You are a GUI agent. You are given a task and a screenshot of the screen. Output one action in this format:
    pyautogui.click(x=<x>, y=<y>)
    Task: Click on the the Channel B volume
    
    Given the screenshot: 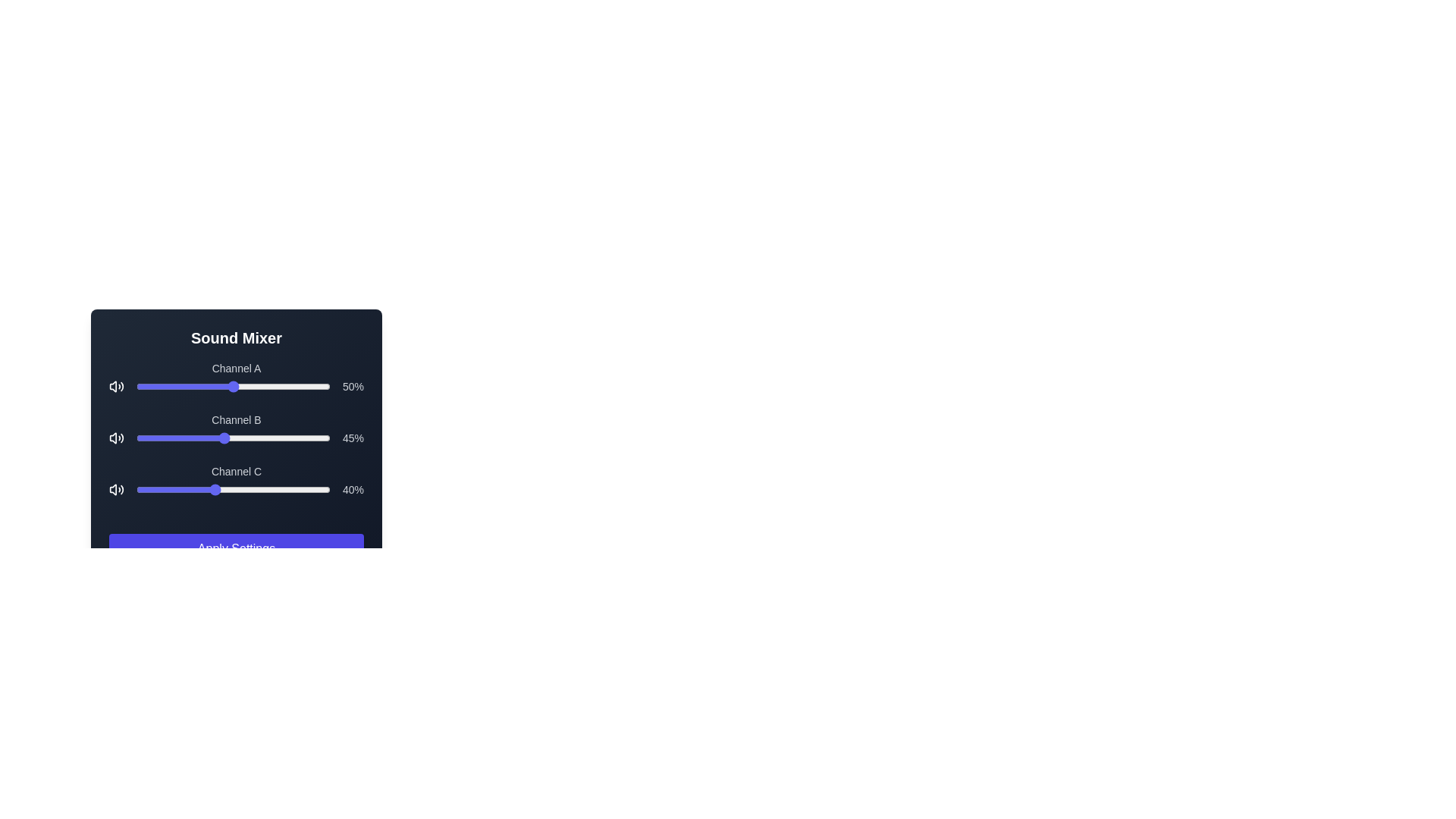 What is the action you would take?
    pyautogui.click(x=245, y=438)
    